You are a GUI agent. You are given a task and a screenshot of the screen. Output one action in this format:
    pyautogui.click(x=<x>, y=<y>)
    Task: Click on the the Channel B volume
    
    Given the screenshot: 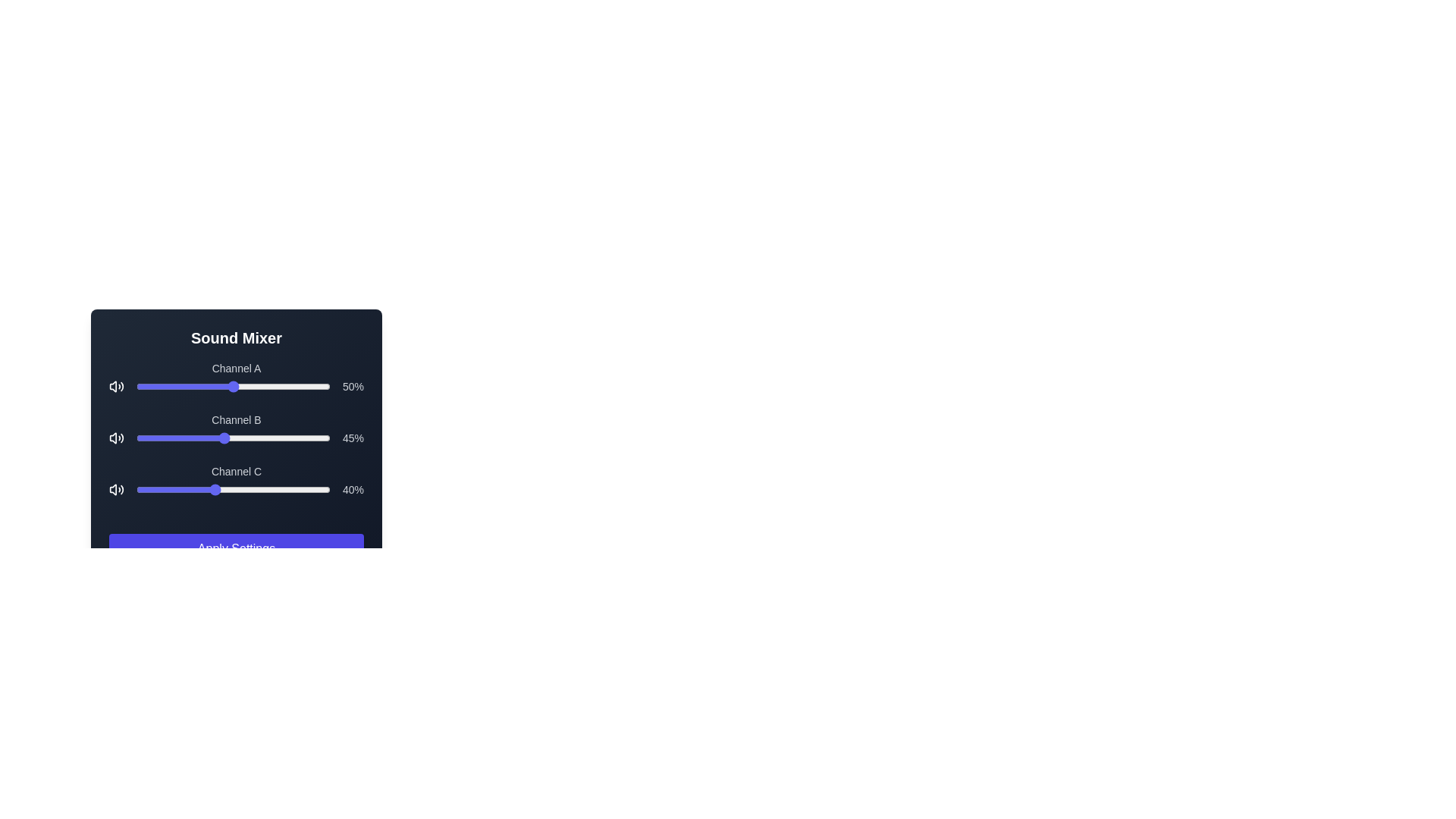 What is the action you would take?
    pyautogui.click(x=245, y=438)
    